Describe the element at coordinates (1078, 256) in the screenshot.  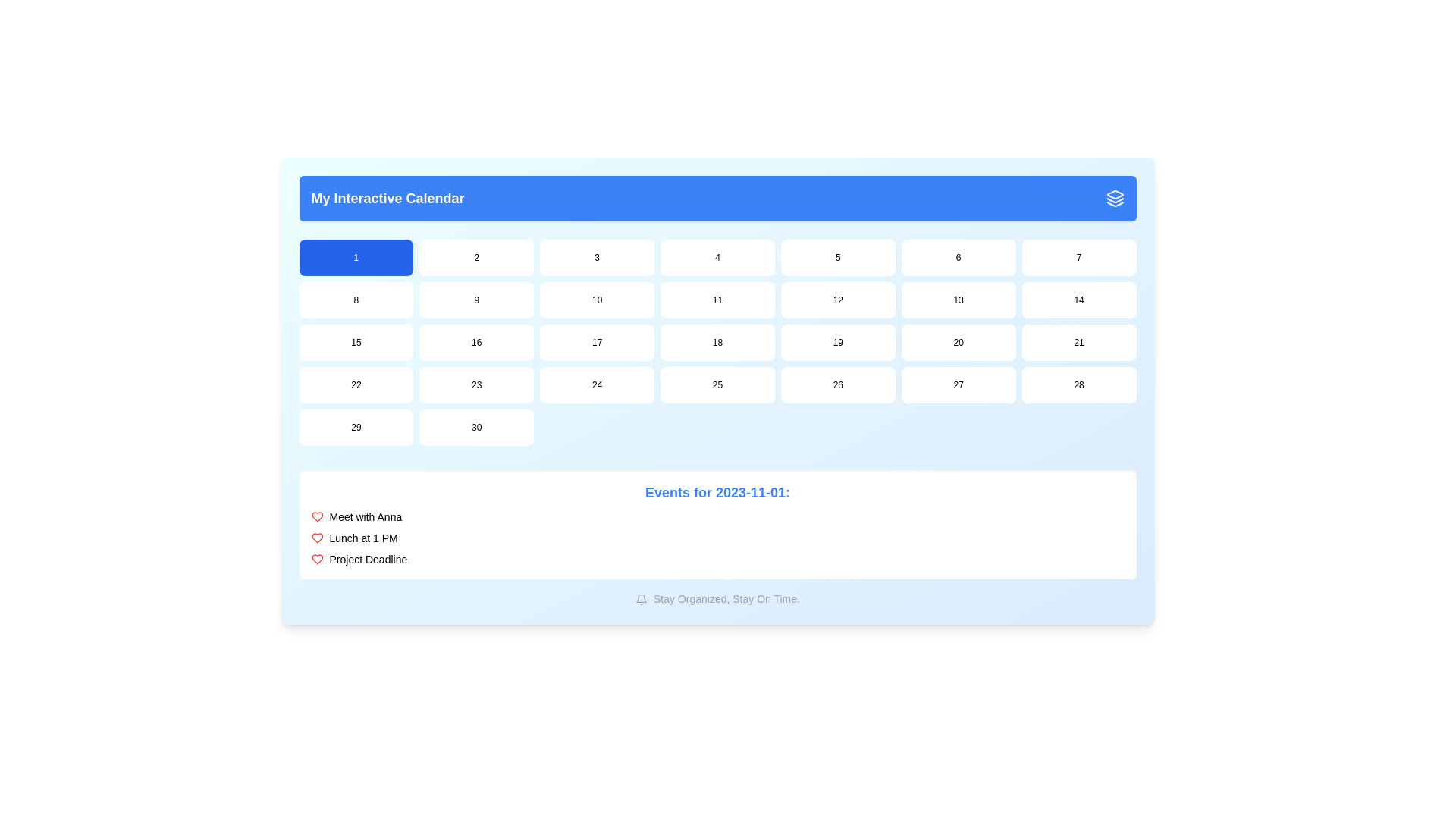
I see `the button labeled '7', which is a rectangular UI component with rounded corners, part of the grid in 'My Interactive Calendar', to change its state` at that location.